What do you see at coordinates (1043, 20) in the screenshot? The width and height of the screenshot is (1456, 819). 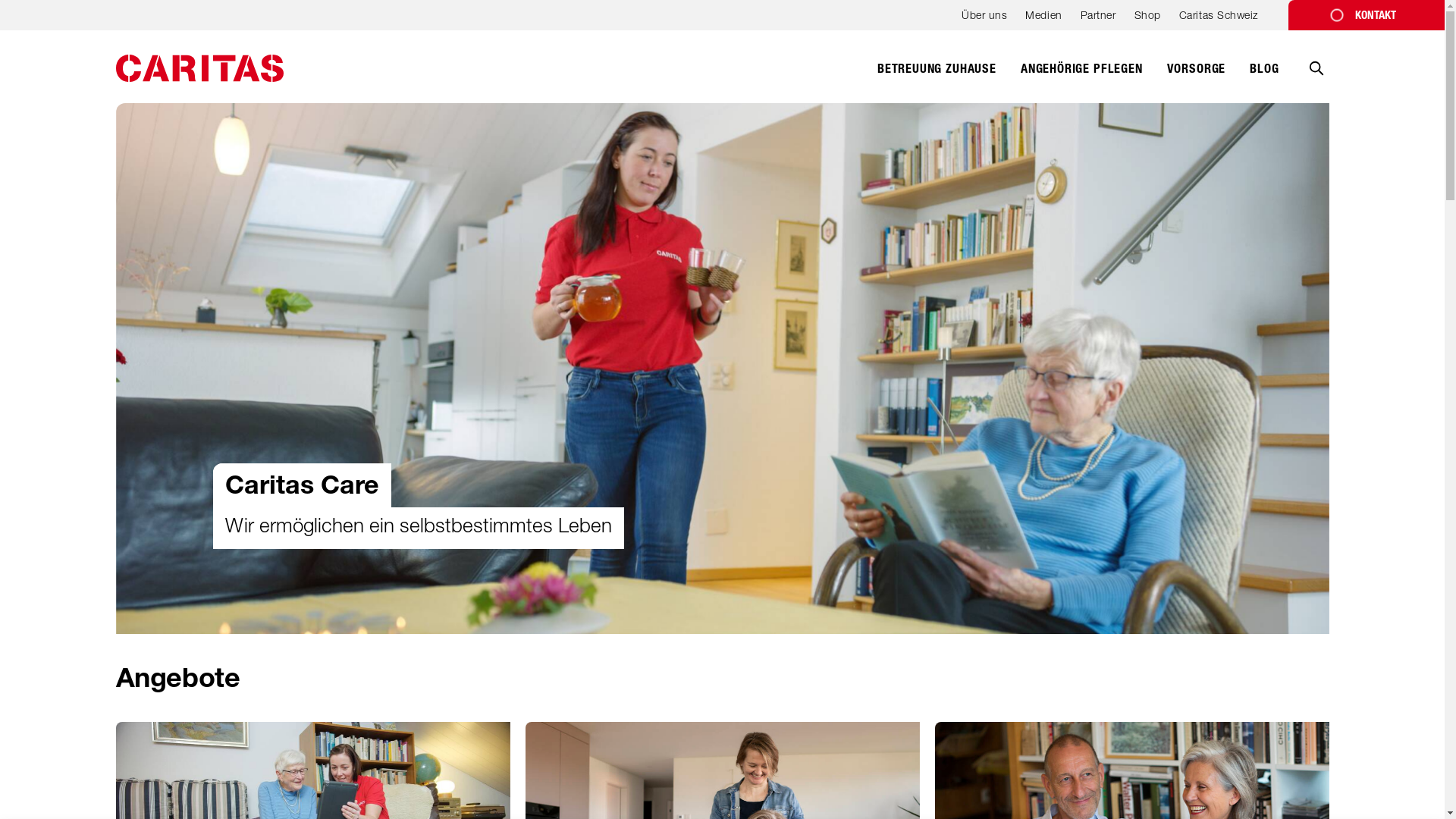 I see `'Medien'` at bounding box center [1043, 20].